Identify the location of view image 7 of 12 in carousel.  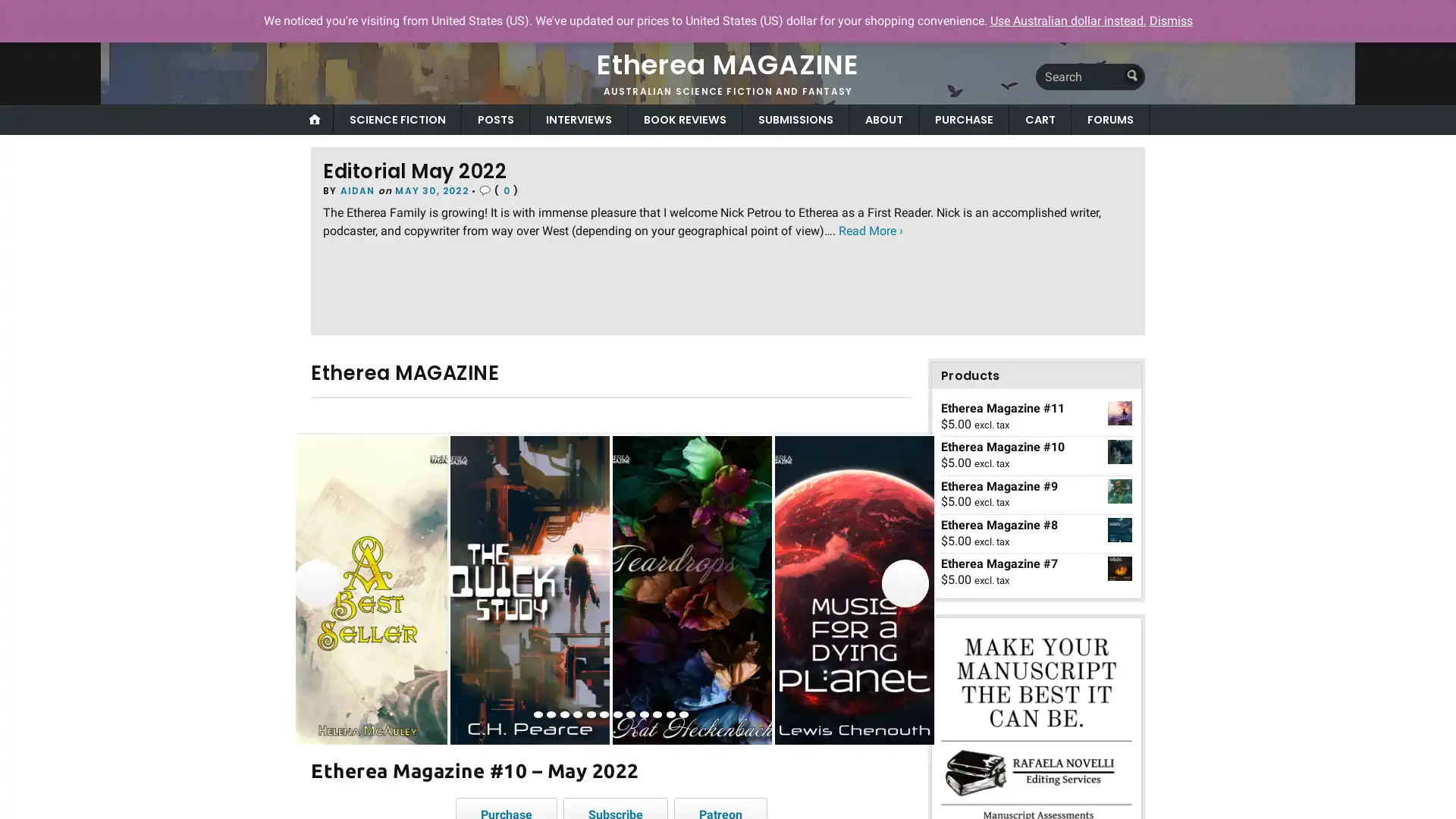
(617, 714).